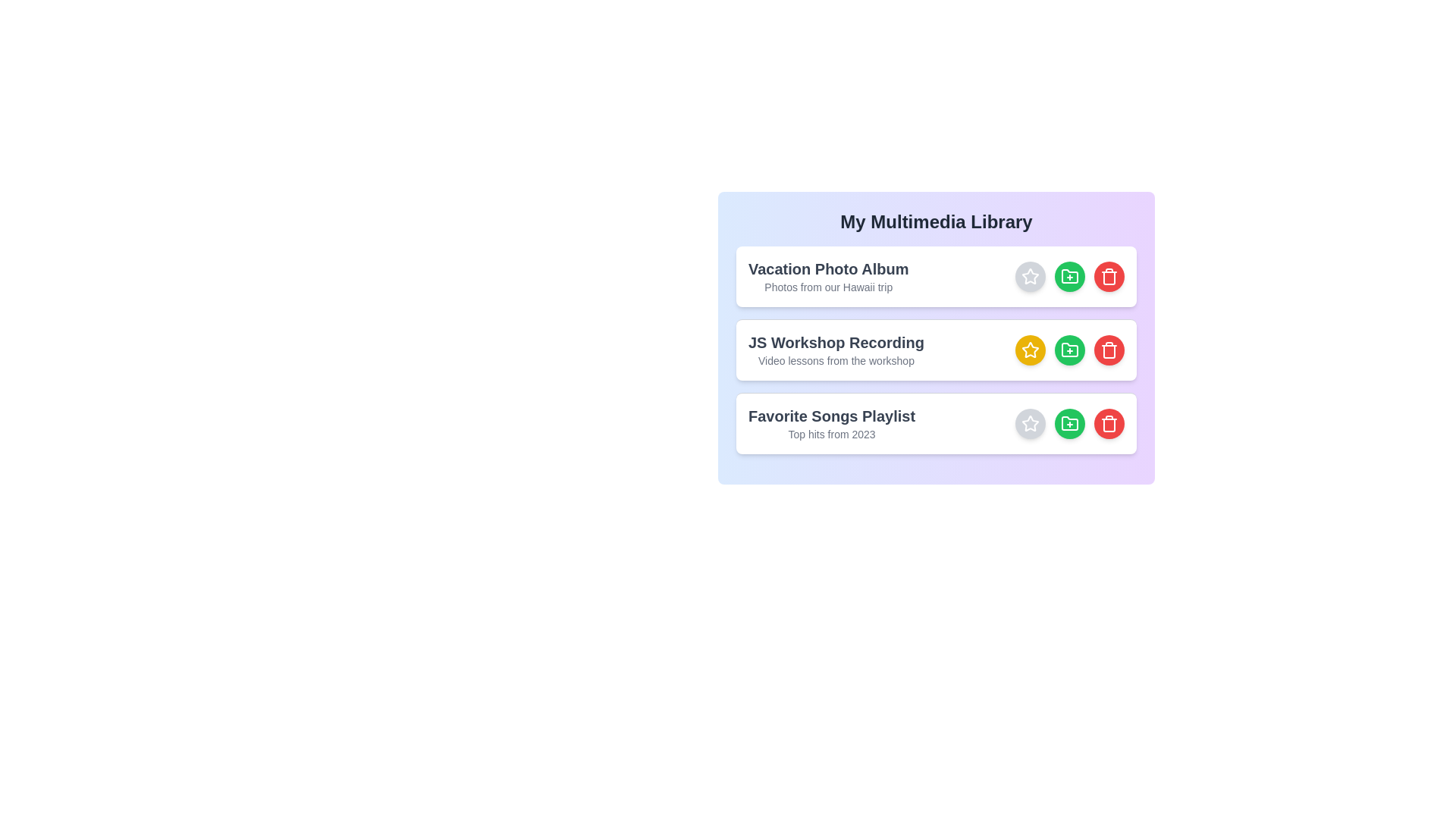 This screenshot has height=819, width=1456. I want to click on the delete button with a trash can icon located at the bottom right of the action buttons for the third item in the 'Favorite Songs Playlist.', so click(1109, 424).